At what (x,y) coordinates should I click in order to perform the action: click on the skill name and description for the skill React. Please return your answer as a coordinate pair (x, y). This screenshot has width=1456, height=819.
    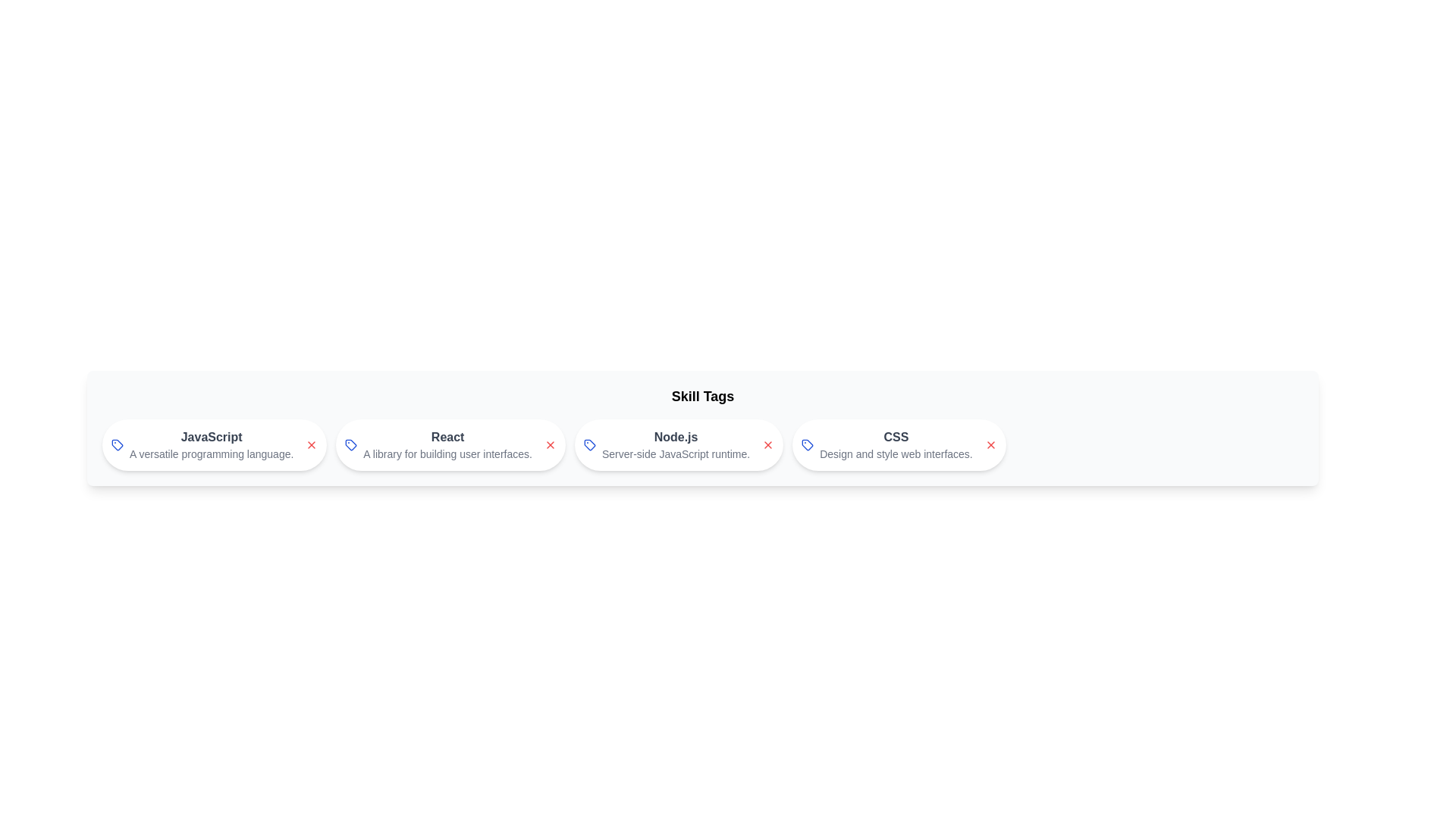
    Looking at the image, I should click on (447, 438).